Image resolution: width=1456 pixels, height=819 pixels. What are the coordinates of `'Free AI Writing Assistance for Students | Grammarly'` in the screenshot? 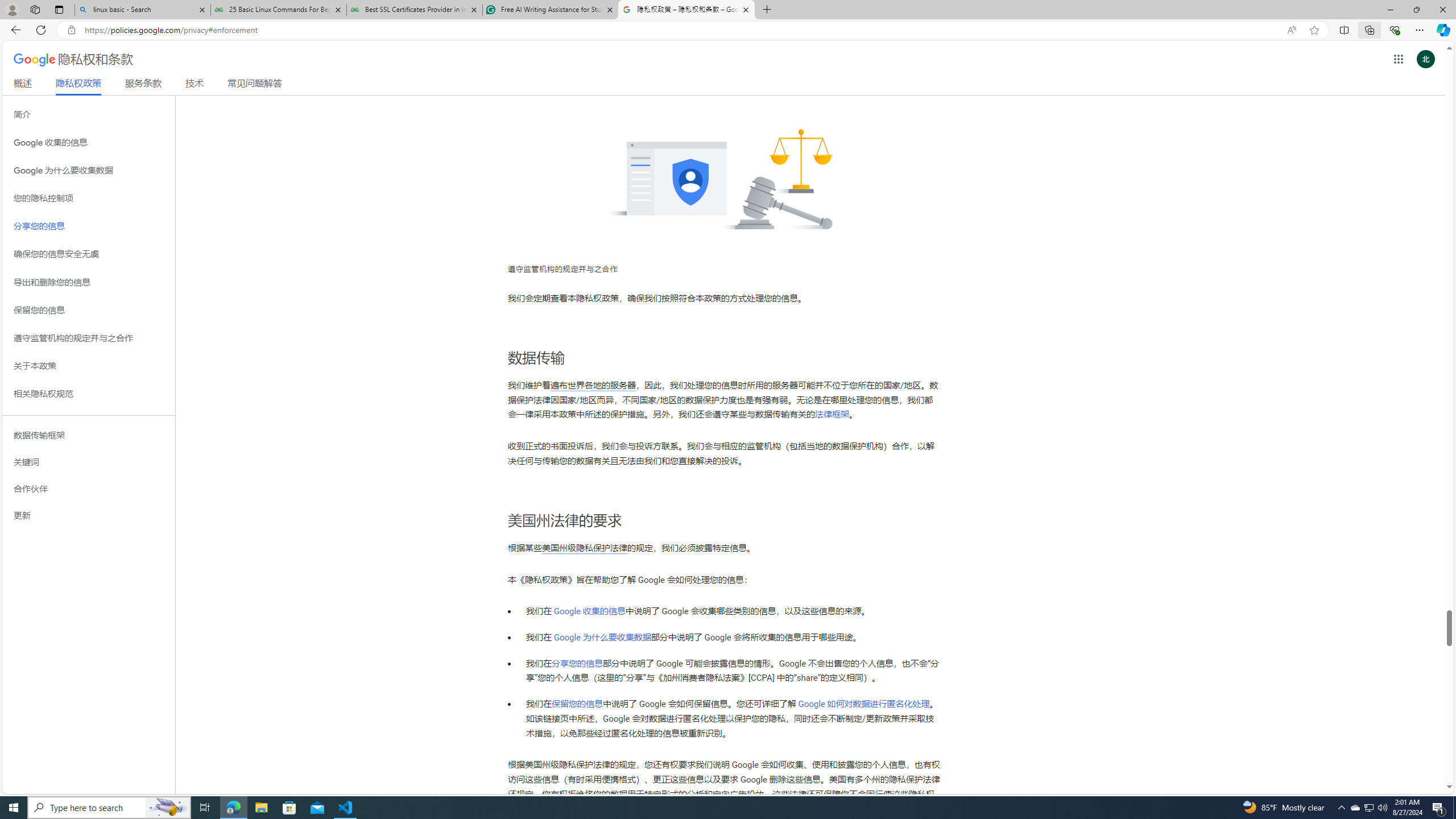 It's located at (549, 9).